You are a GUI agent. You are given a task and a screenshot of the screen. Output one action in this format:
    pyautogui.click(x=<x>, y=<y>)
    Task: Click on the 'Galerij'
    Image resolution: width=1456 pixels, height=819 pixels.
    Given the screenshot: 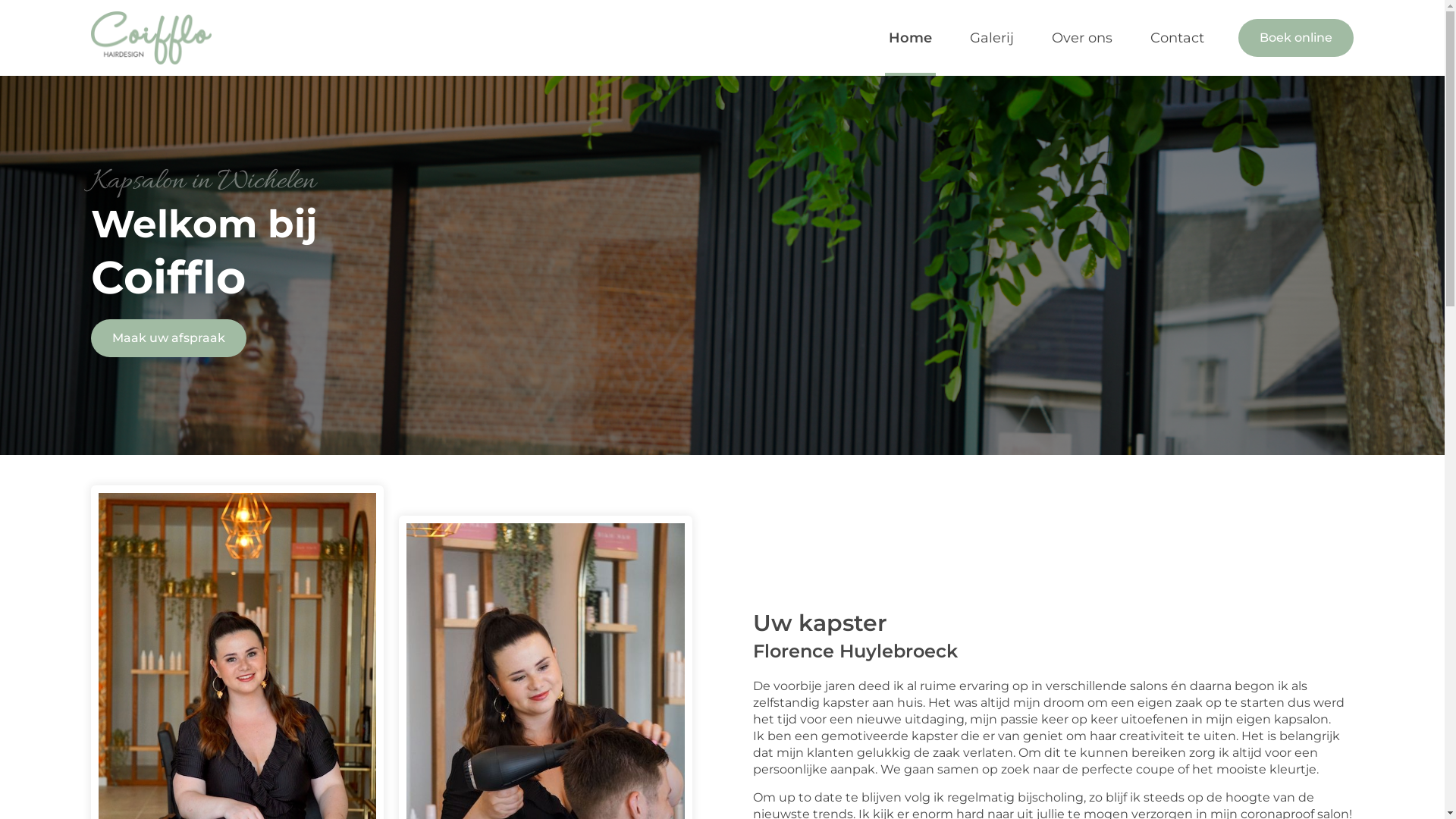 What is the action you would take?
    pyautogui.click(x=992, y=37)
    